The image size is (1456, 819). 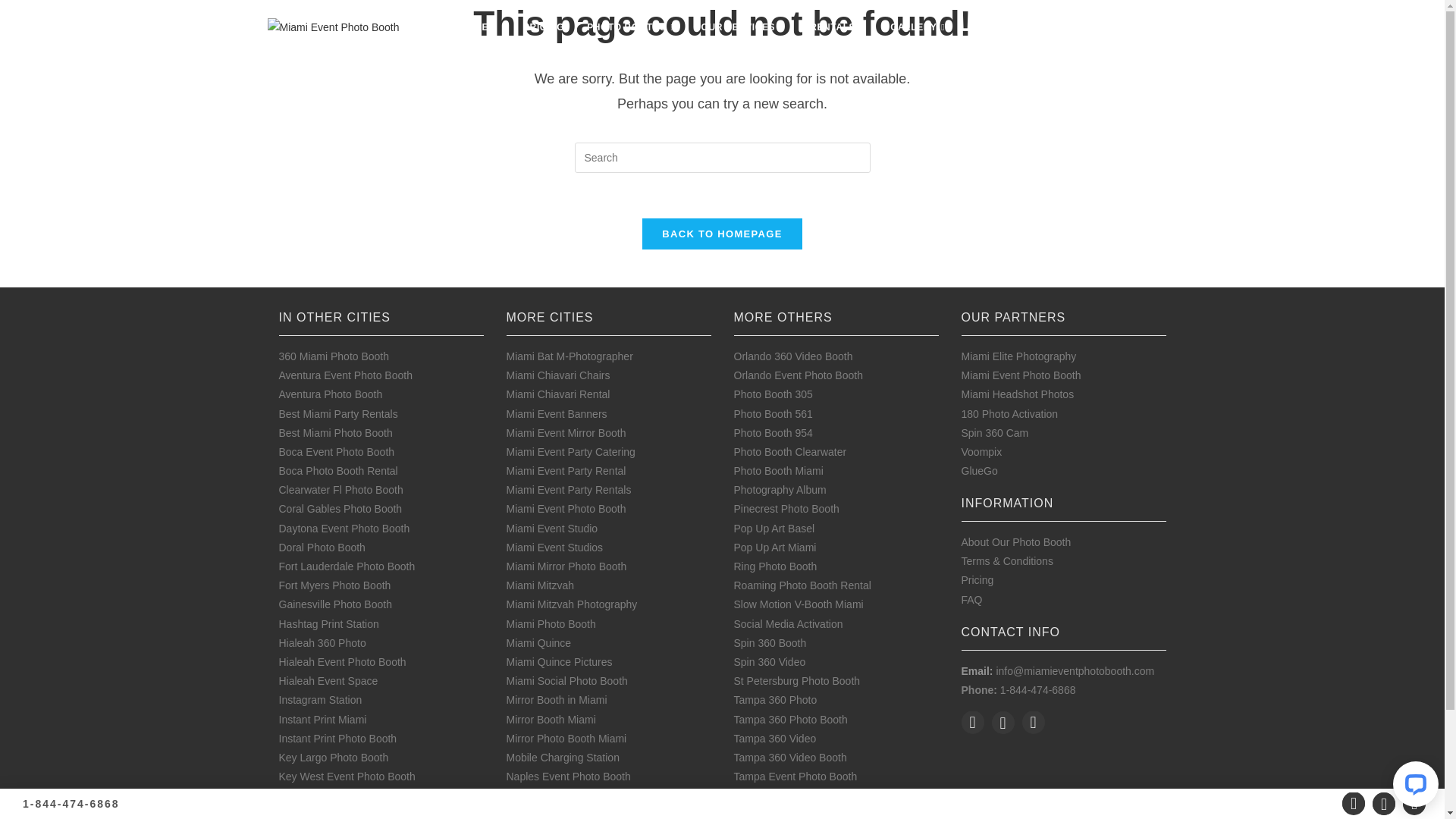 I want to click on 'Instagram Station', so click(x=319, y=699).